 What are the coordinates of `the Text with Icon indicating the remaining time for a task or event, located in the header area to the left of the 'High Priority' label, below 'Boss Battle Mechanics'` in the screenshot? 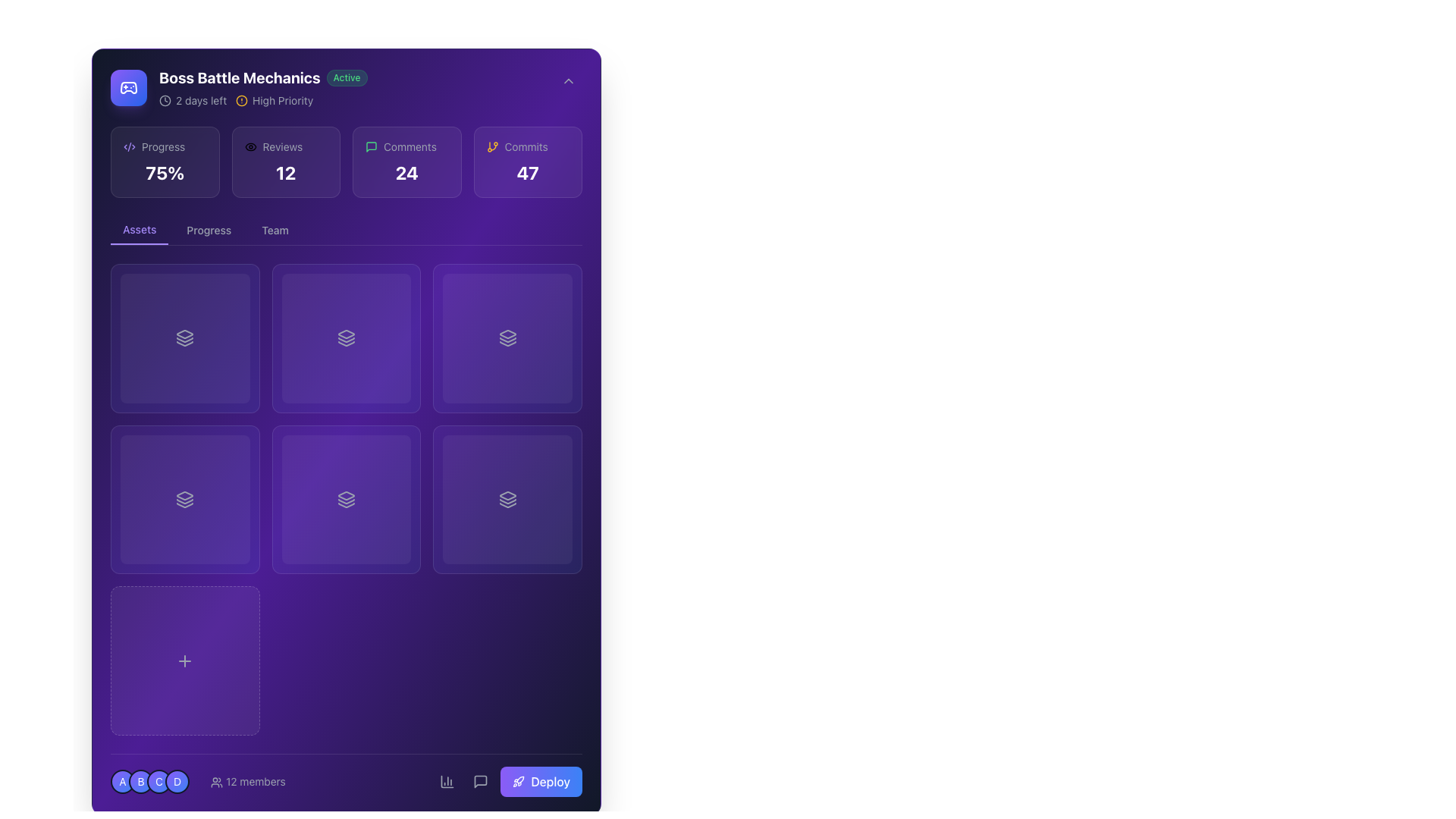 It's located at (192, 100).